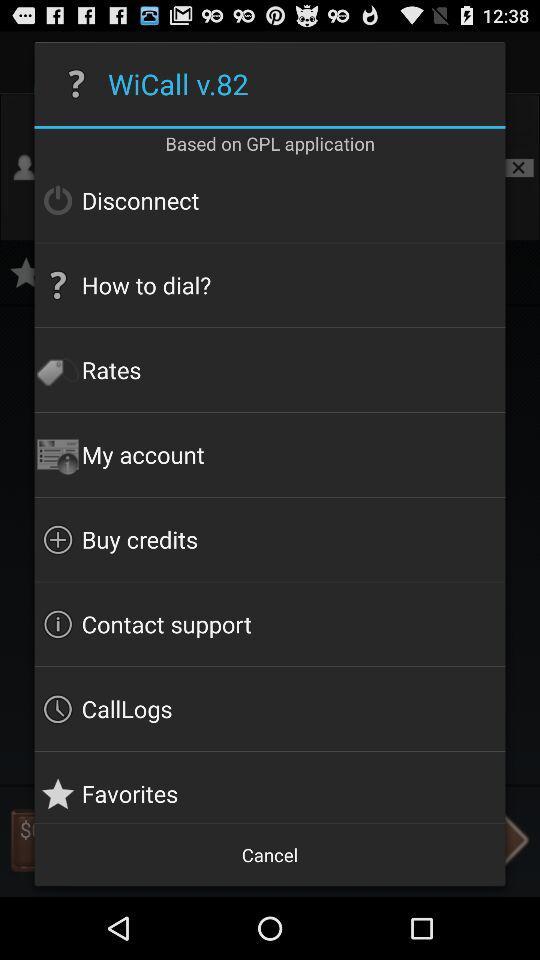 This screenshot has height=960, width=540. Describe the element at coordinates (270, 200) in the screenshot. I see `app above how to dial? app` at that location.